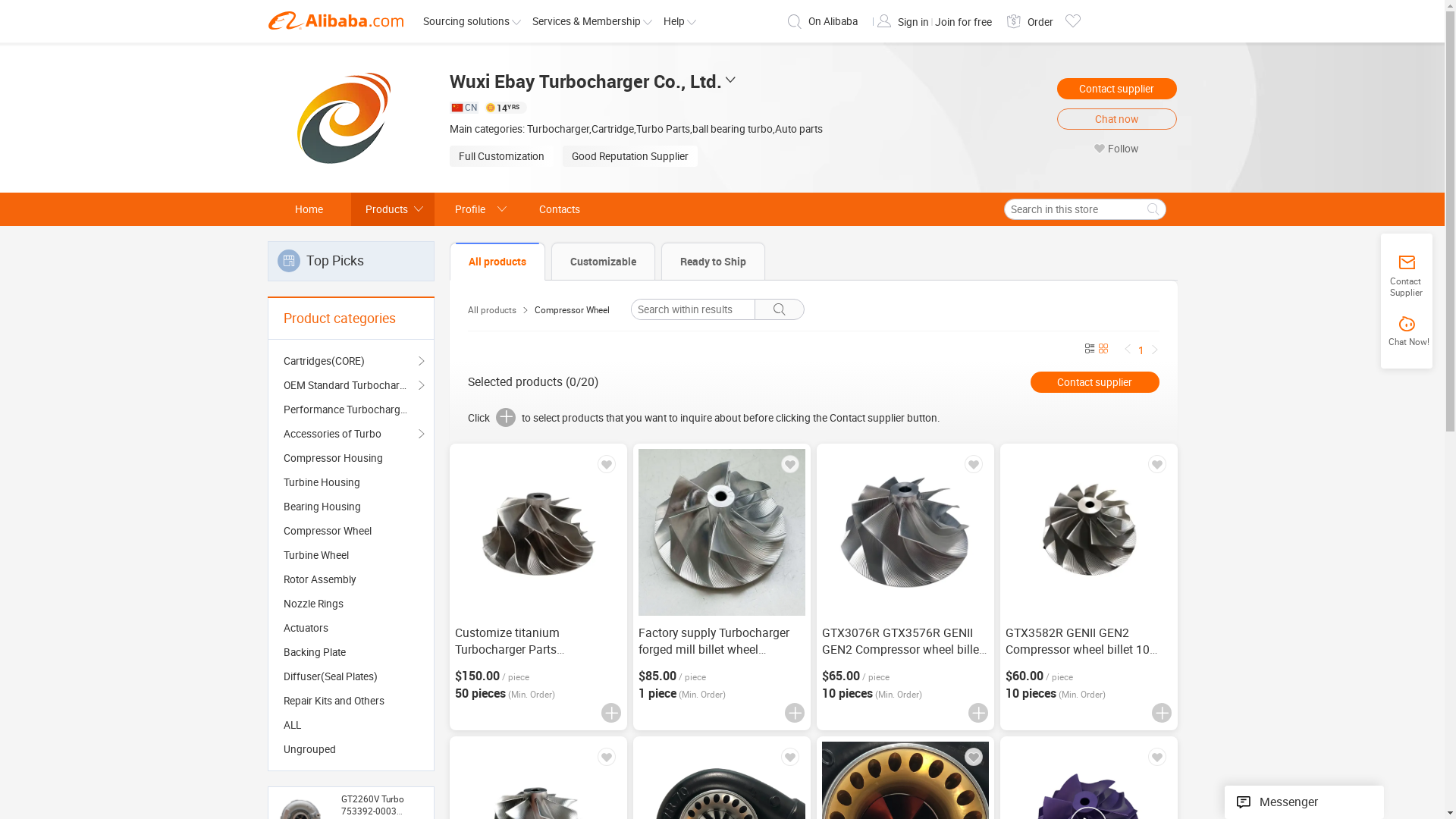 Image resolution: width=1456 pixels, height=819 pixels. Describe the element at coordinates (350, 602) in the screenshot. I see `'Nozzle Rings'` at that location.